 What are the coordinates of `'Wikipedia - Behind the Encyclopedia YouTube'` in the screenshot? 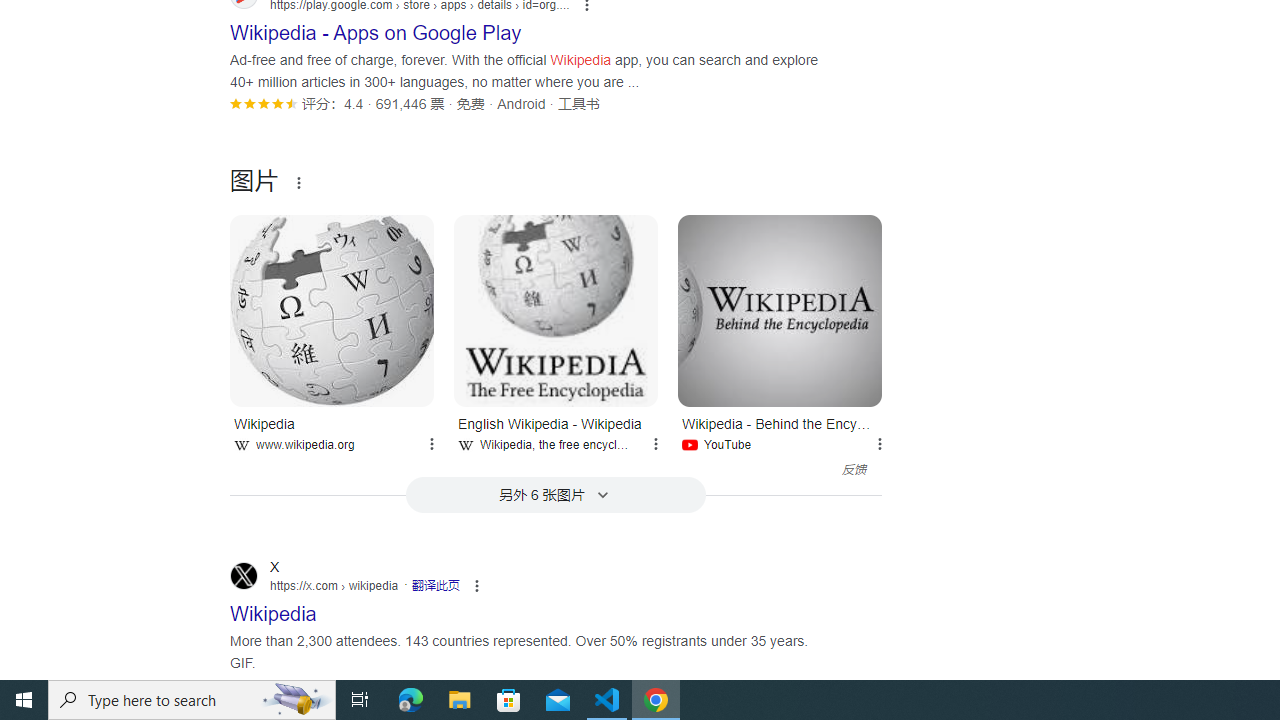 It's located at (779, 430).